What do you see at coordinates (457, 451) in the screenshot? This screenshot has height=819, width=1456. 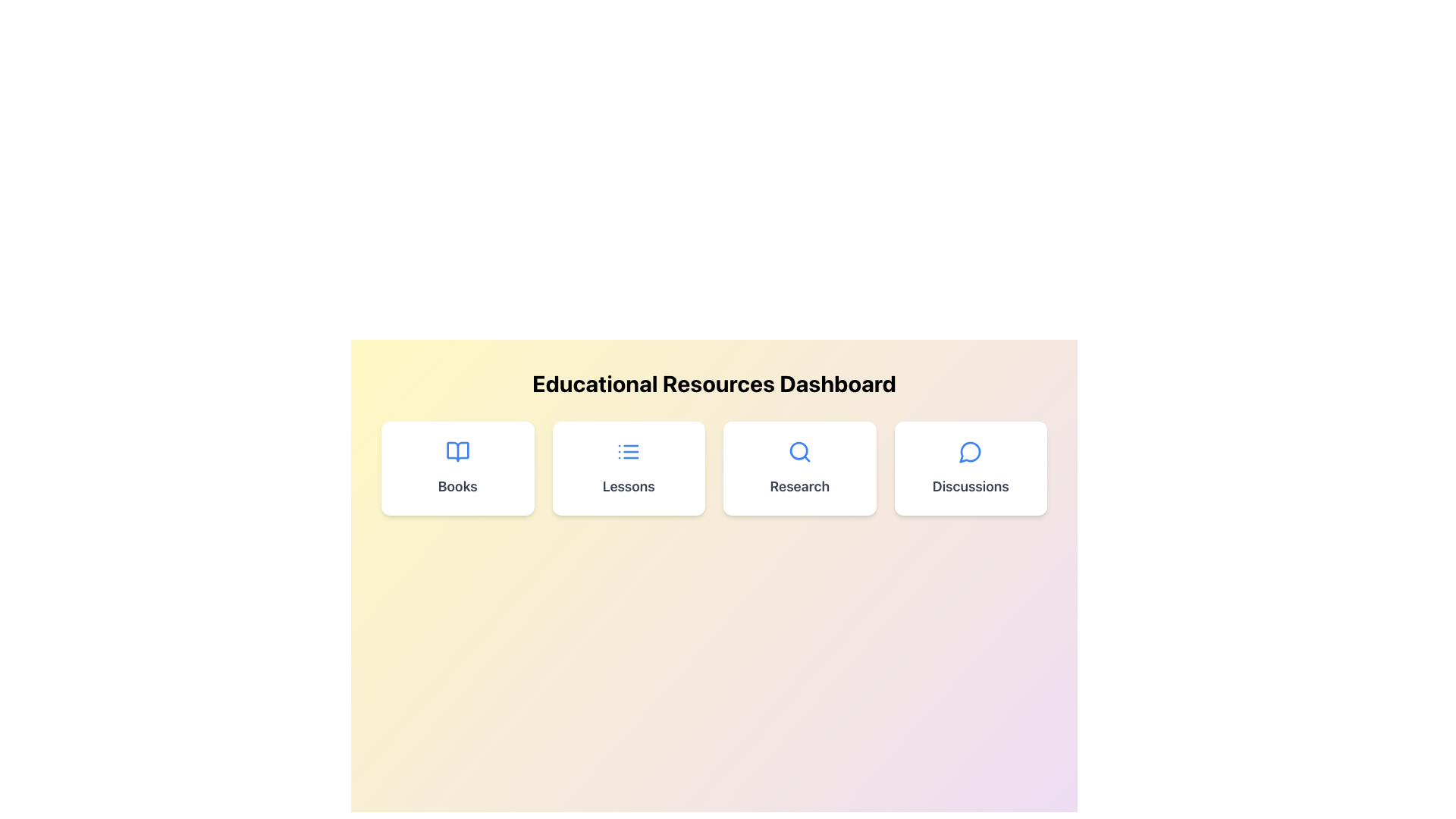 I see `the open book icon, which has a blue outline and is positioned above the label 'Books'` at bounding box center [457, 451].